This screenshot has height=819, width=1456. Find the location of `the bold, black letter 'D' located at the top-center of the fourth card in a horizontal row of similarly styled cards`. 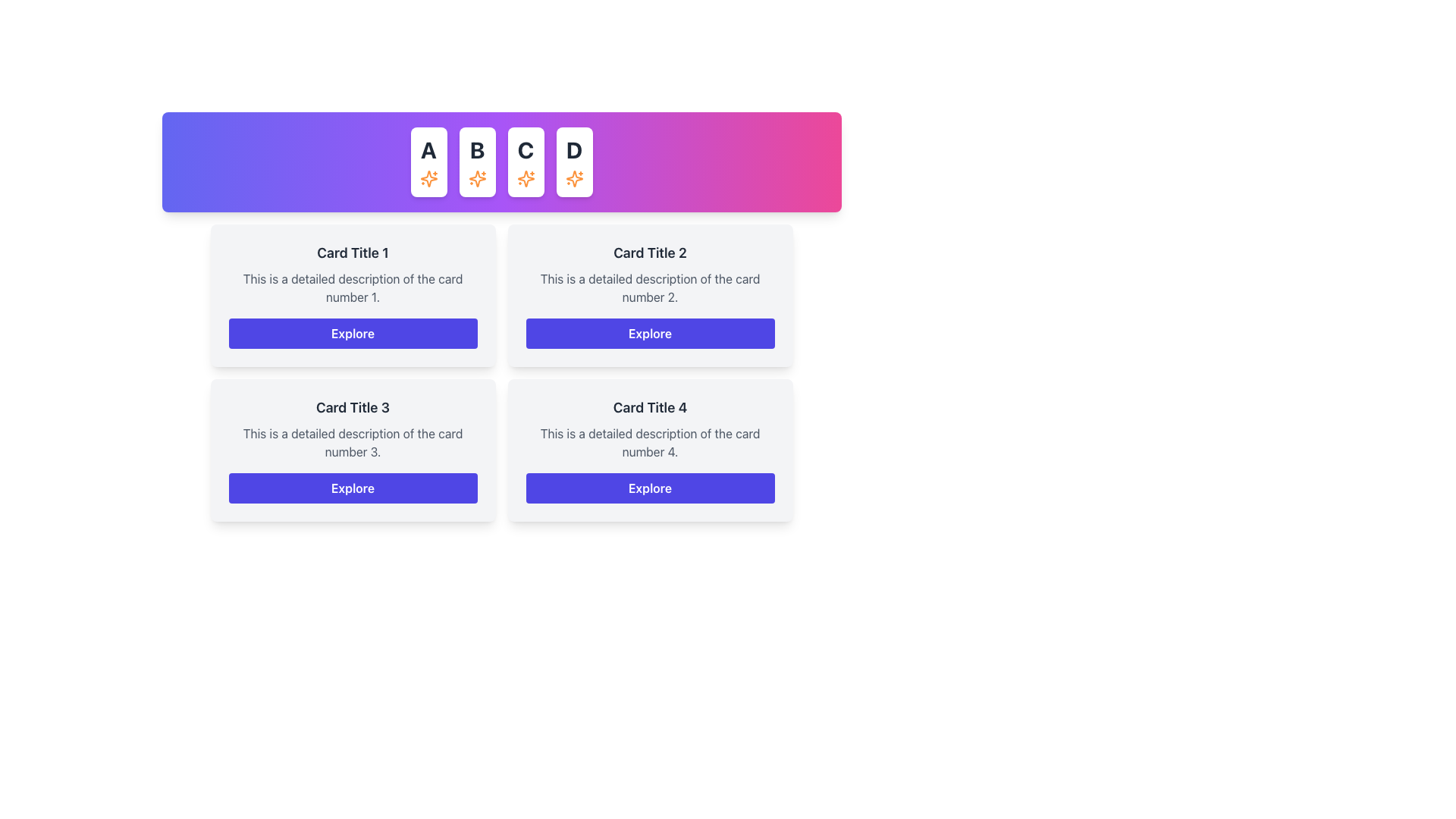

the bold, black letter 'D' located at the top-center of the fourth card in a horizontal row of similarly styled cards is located at coordinates (573, 149).